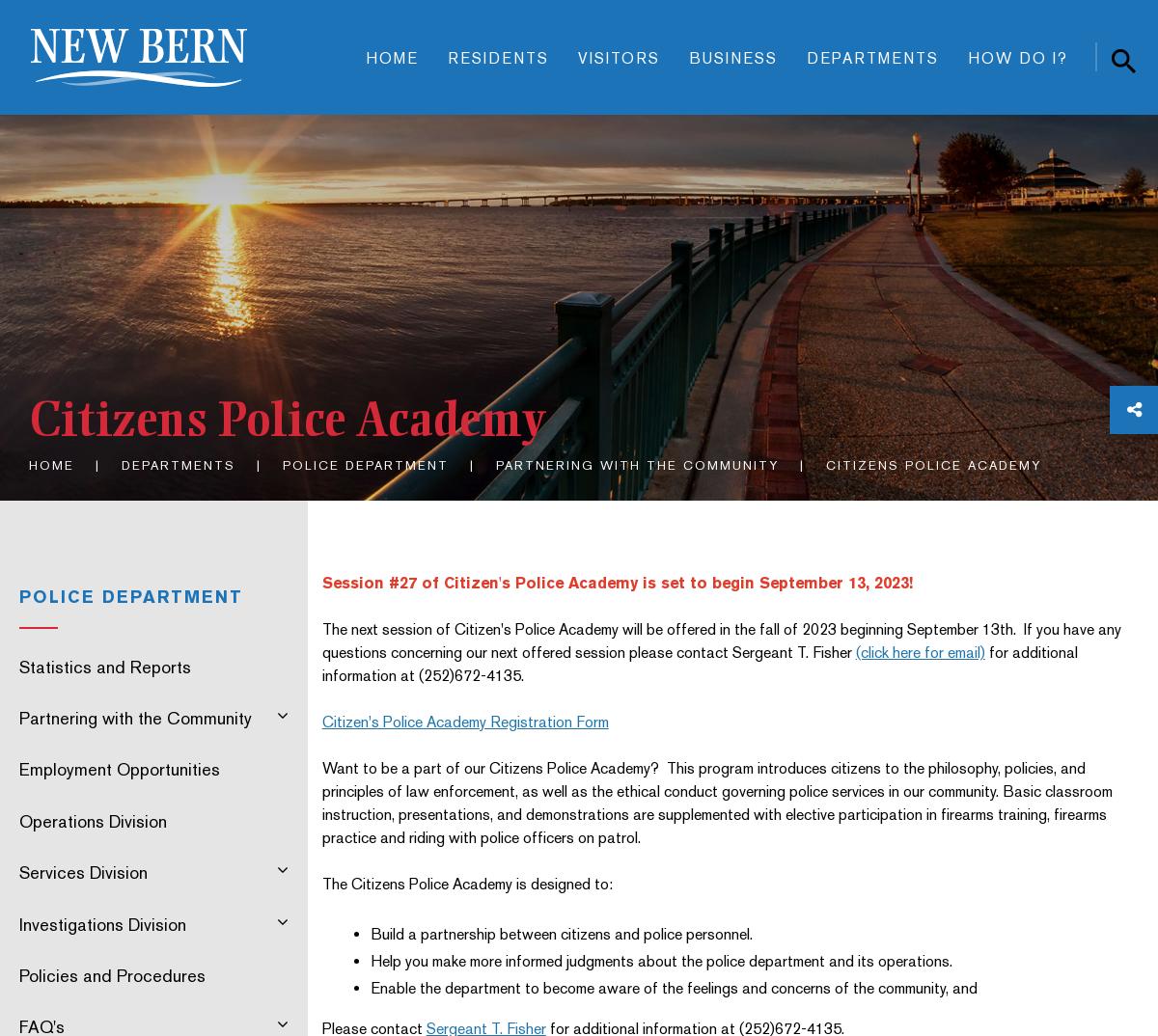 The image size is (1158, 1036). What do you see at coordinates (465, 884) in the screenshot?
I see `'The Citizens Police Academy is designed to:'` at bounding box center [465, 884].